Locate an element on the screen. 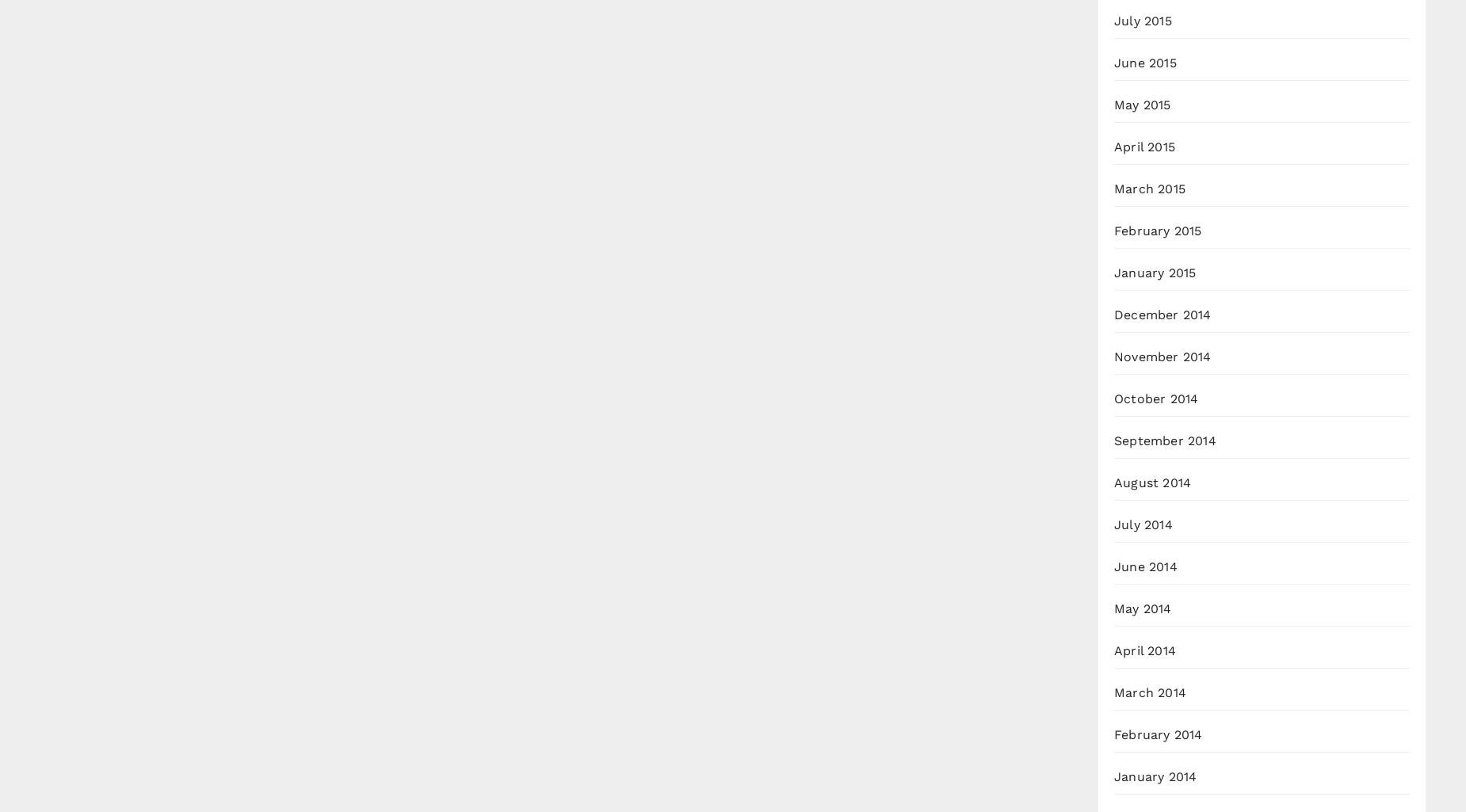  'January 2014' is located at coordinates (1155, 776).